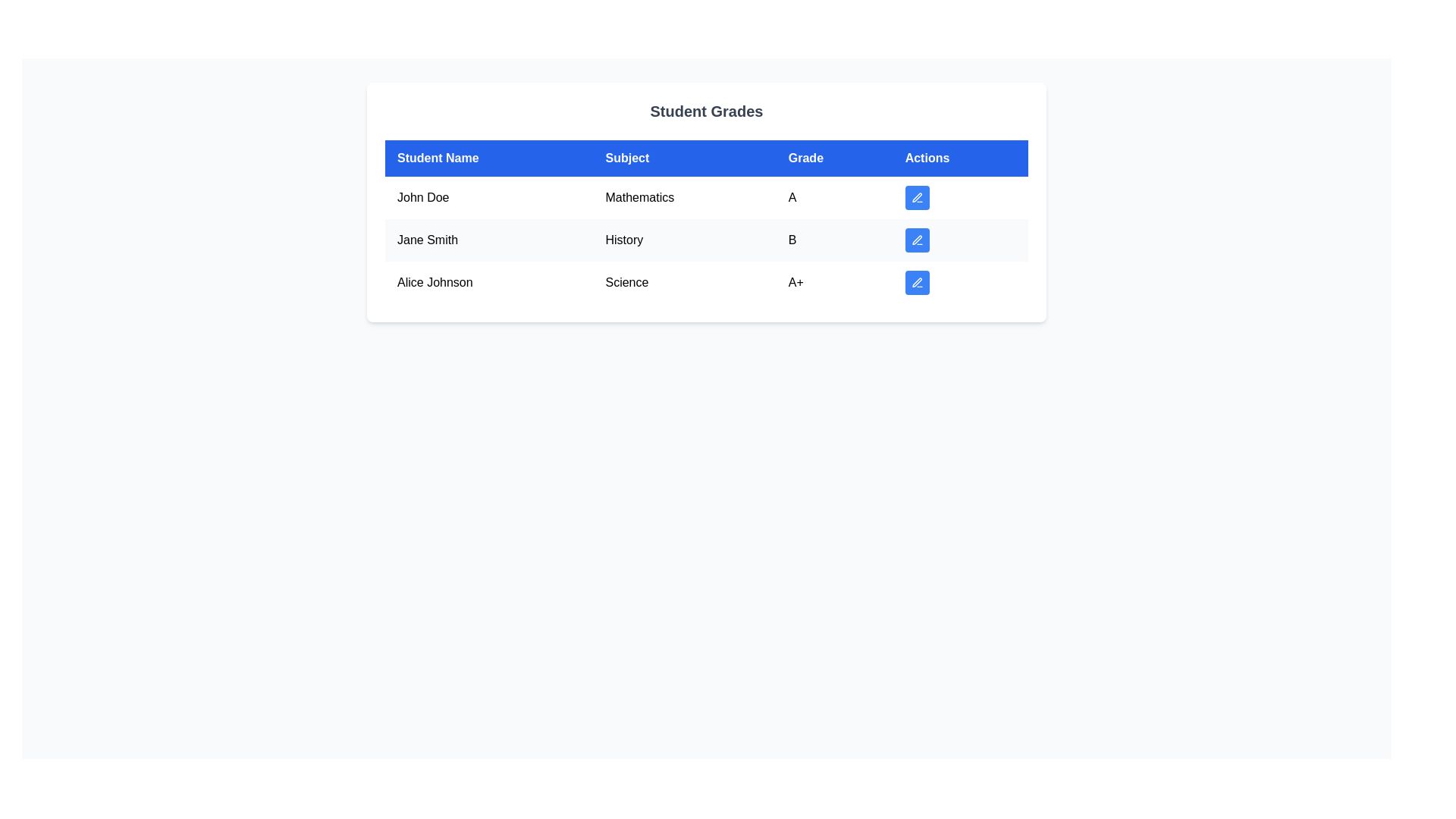  Describe the element at coordinates (684, 283) in the screenshot. I see `the table cell representing the subject associated with the student Alice Johnson in the 'Subject' column` at that location.